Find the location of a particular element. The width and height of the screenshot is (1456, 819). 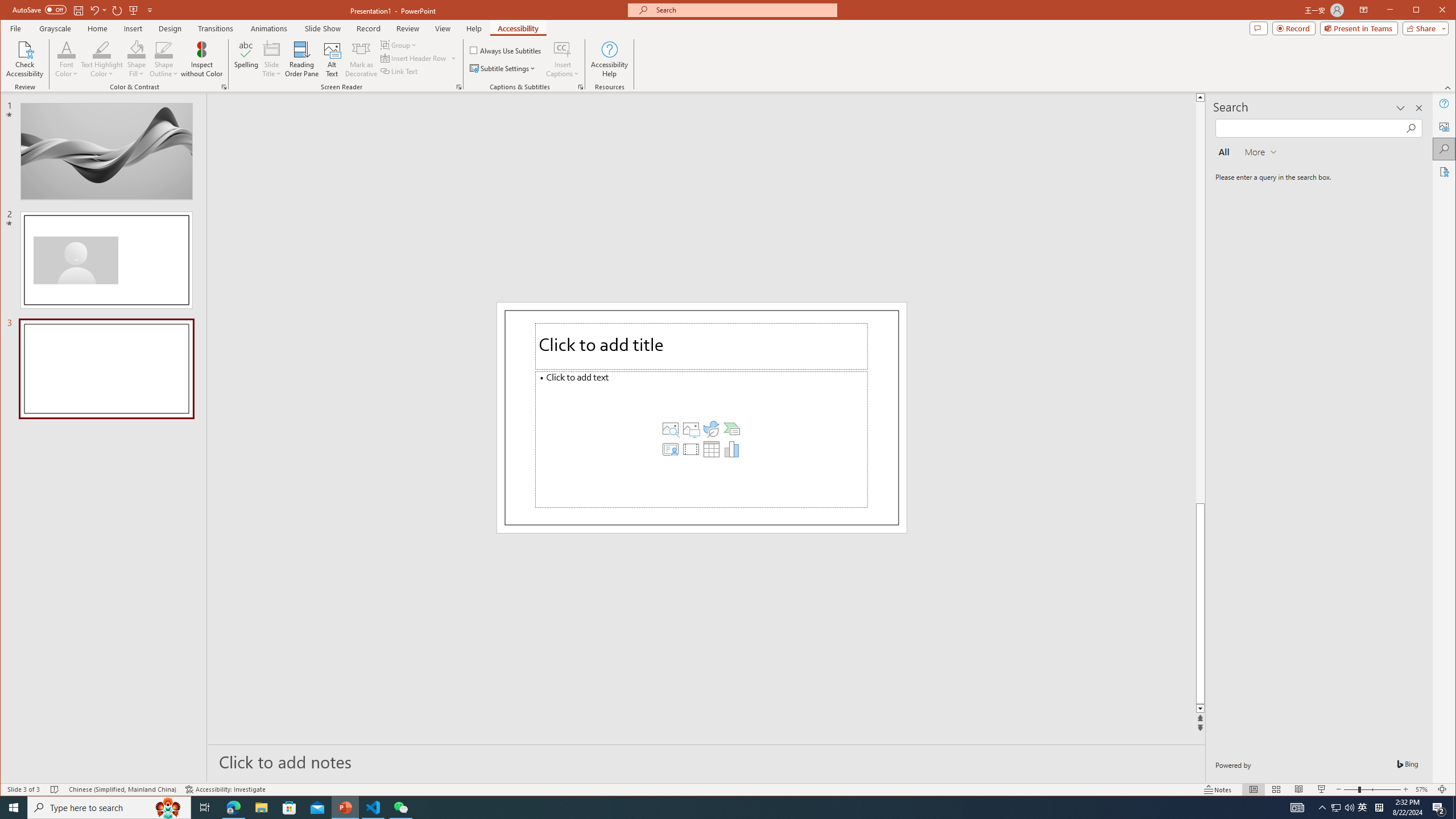

'Maximize' is located at coordinates (1433, 11).